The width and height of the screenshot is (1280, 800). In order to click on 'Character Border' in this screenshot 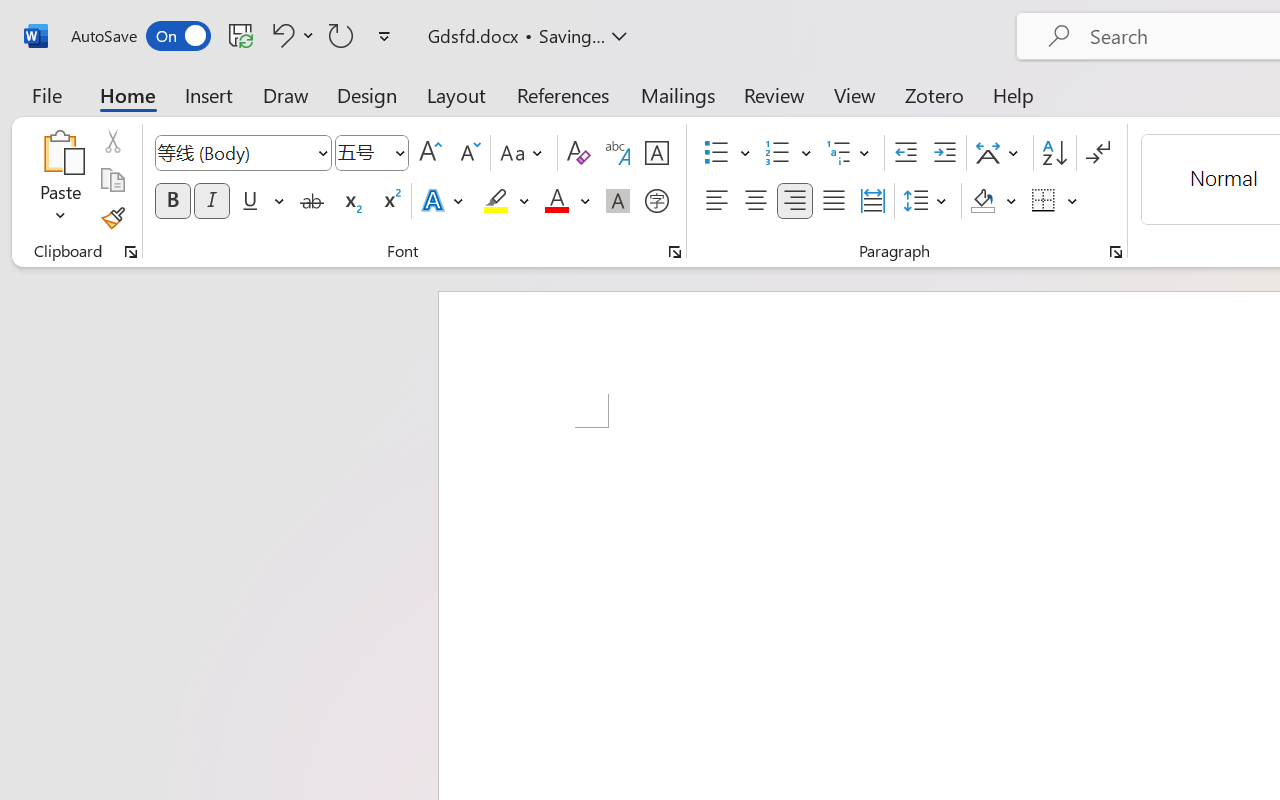, I will do `click(656, 153)`.